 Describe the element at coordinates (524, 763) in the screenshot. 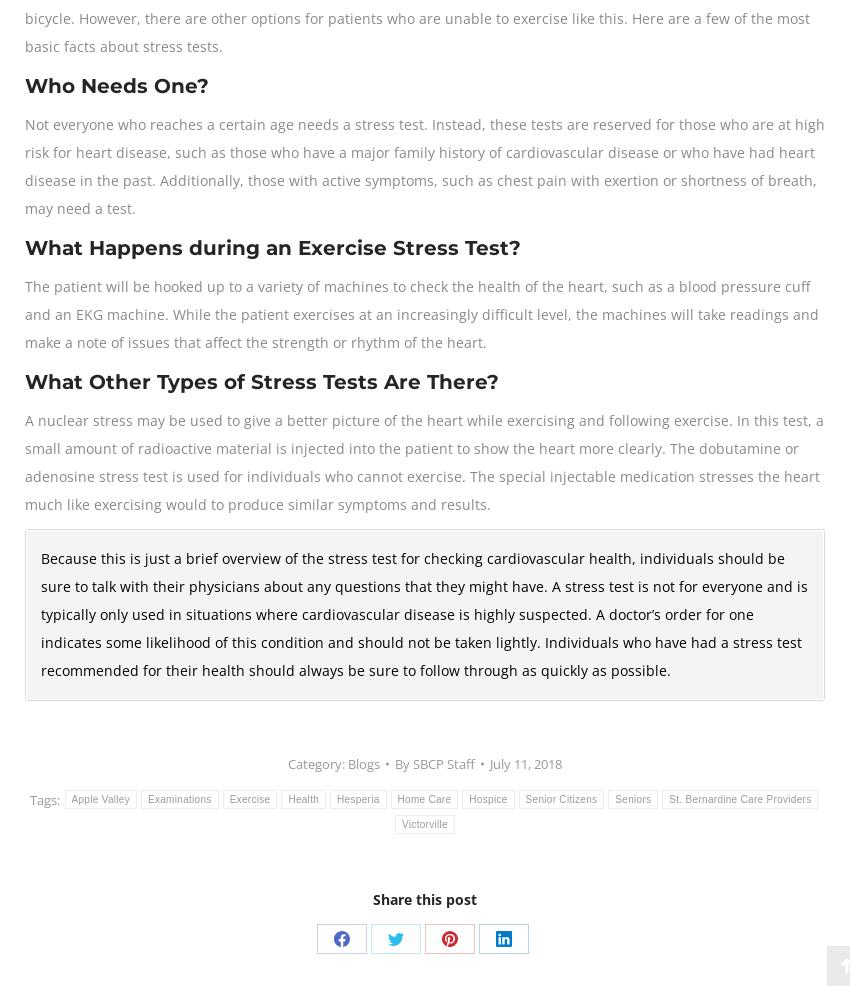

I see `'July 11, 2018'` at that location.